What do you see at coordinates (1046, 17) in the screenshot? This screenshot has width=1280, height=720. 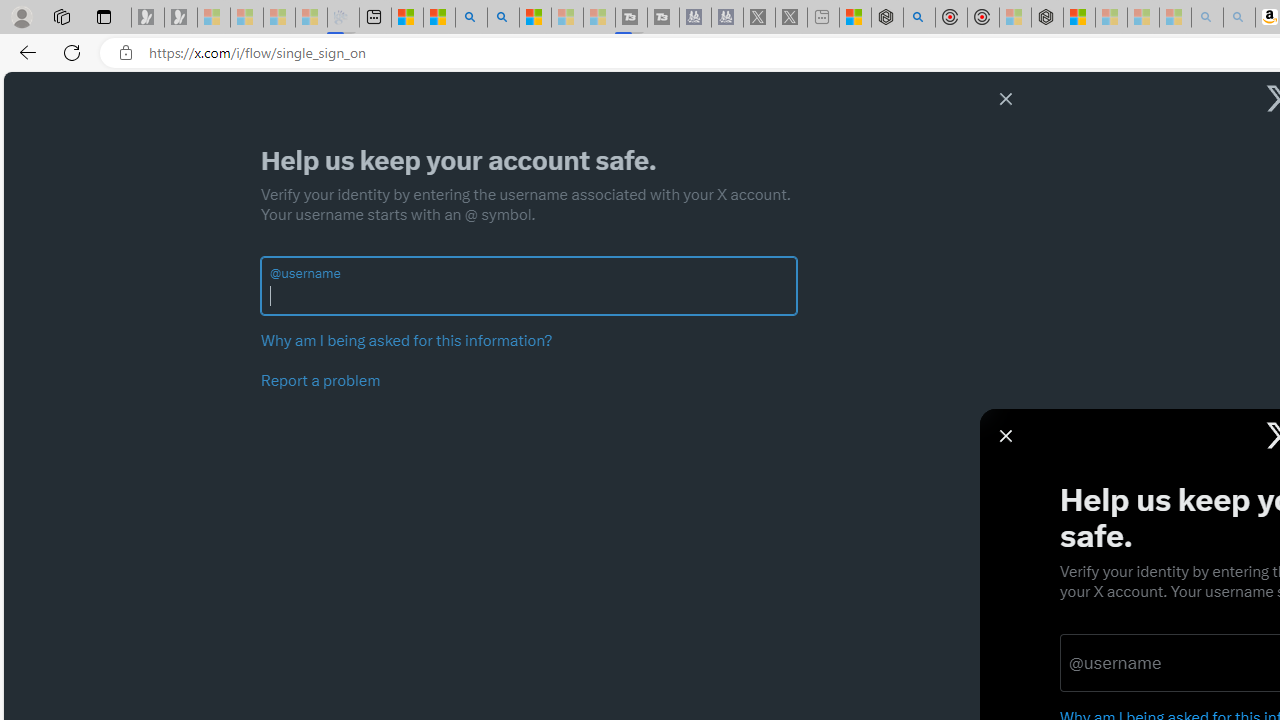 I see `'Nordace - Nordace Siena Is Not An Ordinary Backpack'` at bounding box center [1046, 17].